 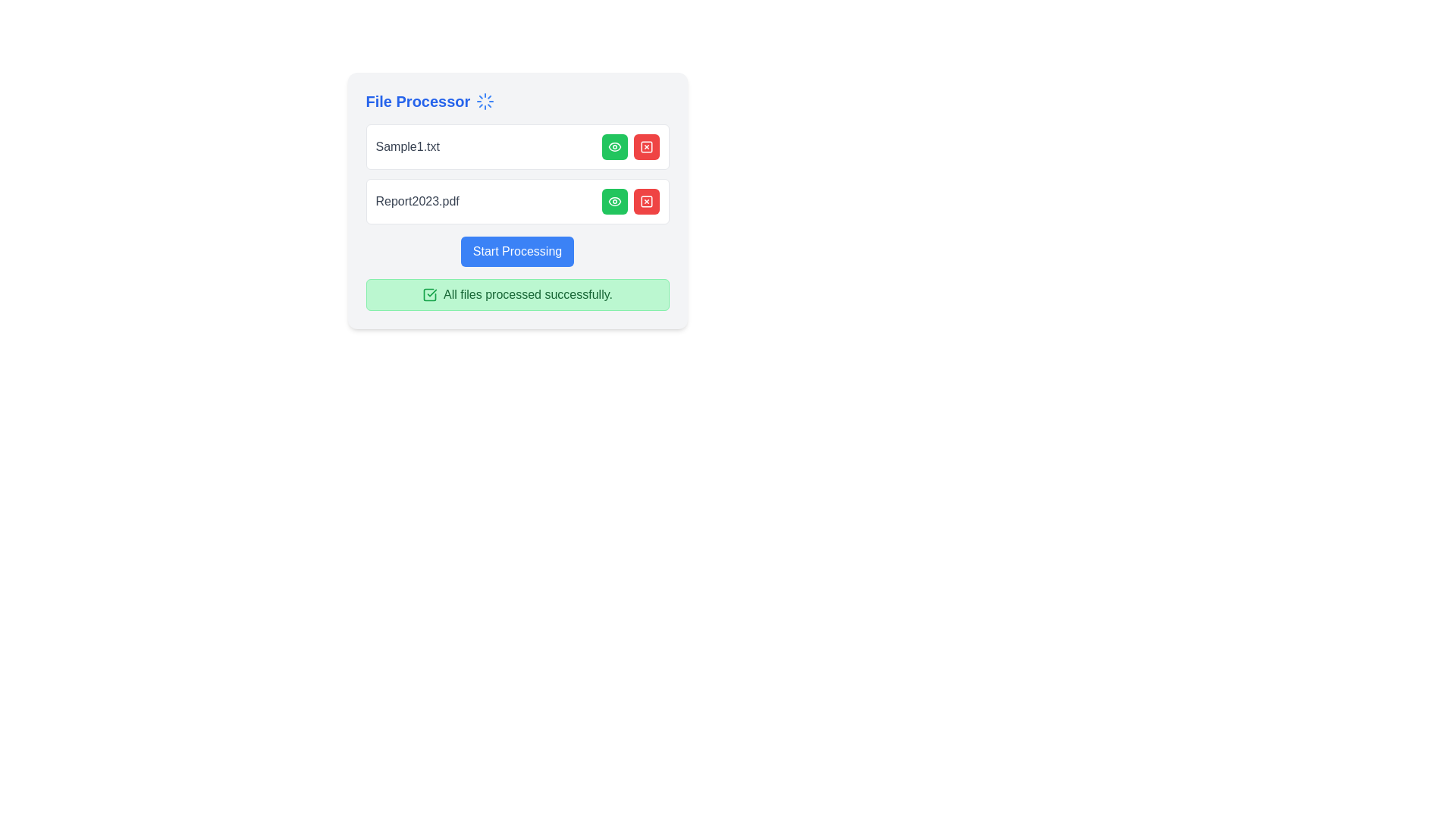 I want to click on the red square-shaped delete button with an 'X' icon located to the right of the green button in the row associated with 'Report2023.pdf', so click(x=646, y=201).